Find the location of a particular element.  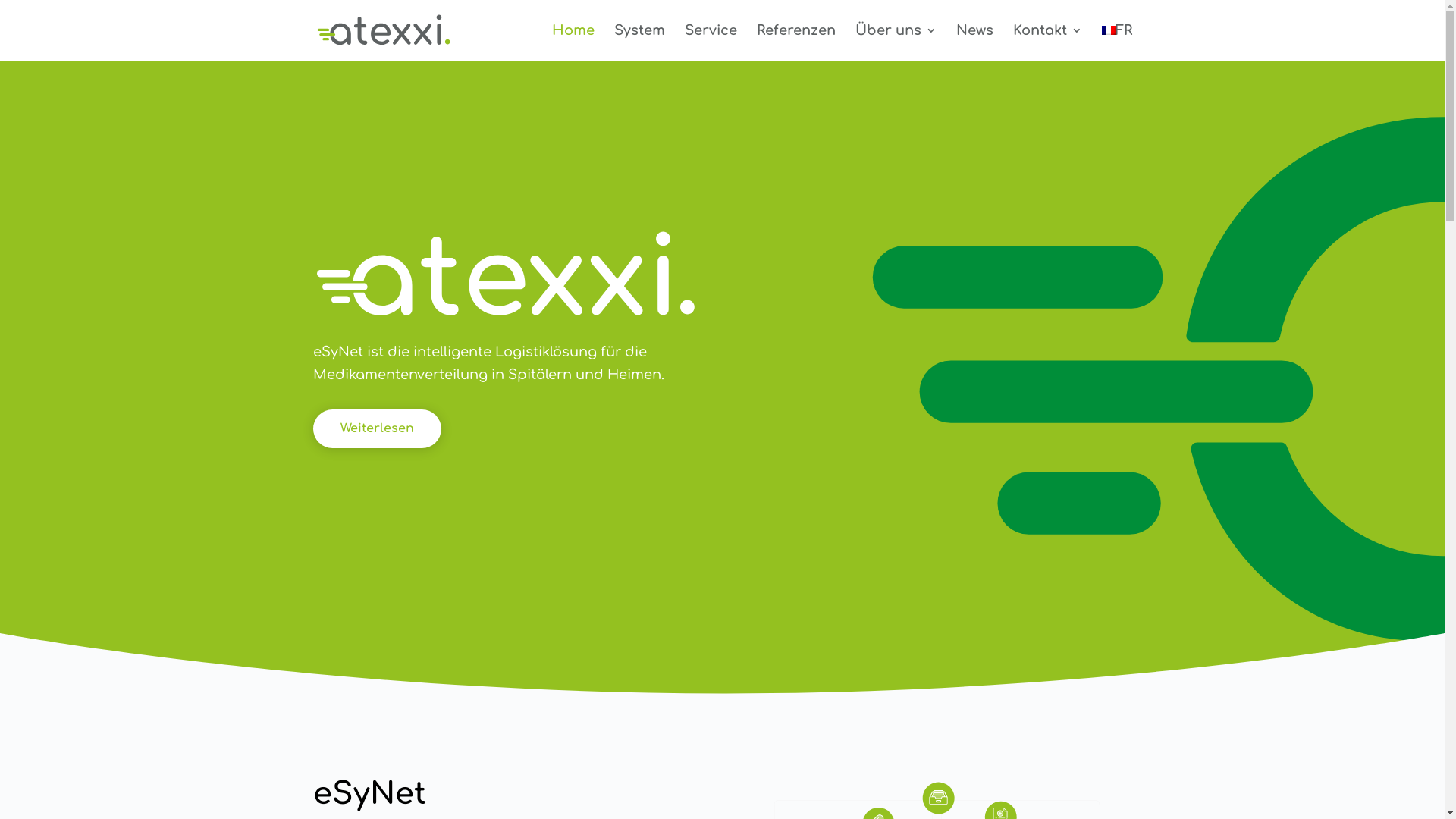

'Home' is located at coordinates (551, 42).